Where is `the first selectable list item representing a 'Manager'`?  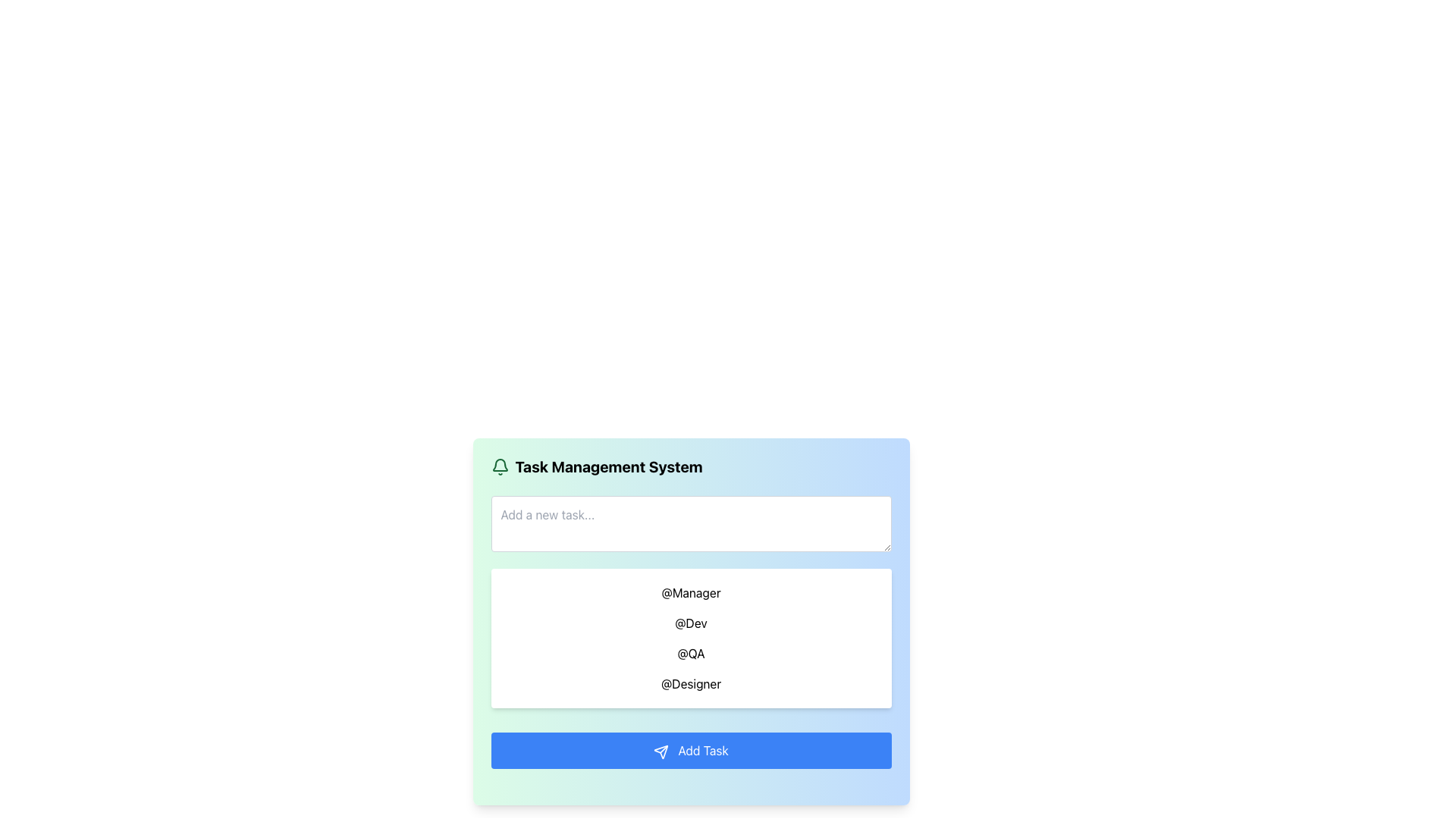 the first selectable list item representing a 'Manager' is located at coordinates (690, 592).